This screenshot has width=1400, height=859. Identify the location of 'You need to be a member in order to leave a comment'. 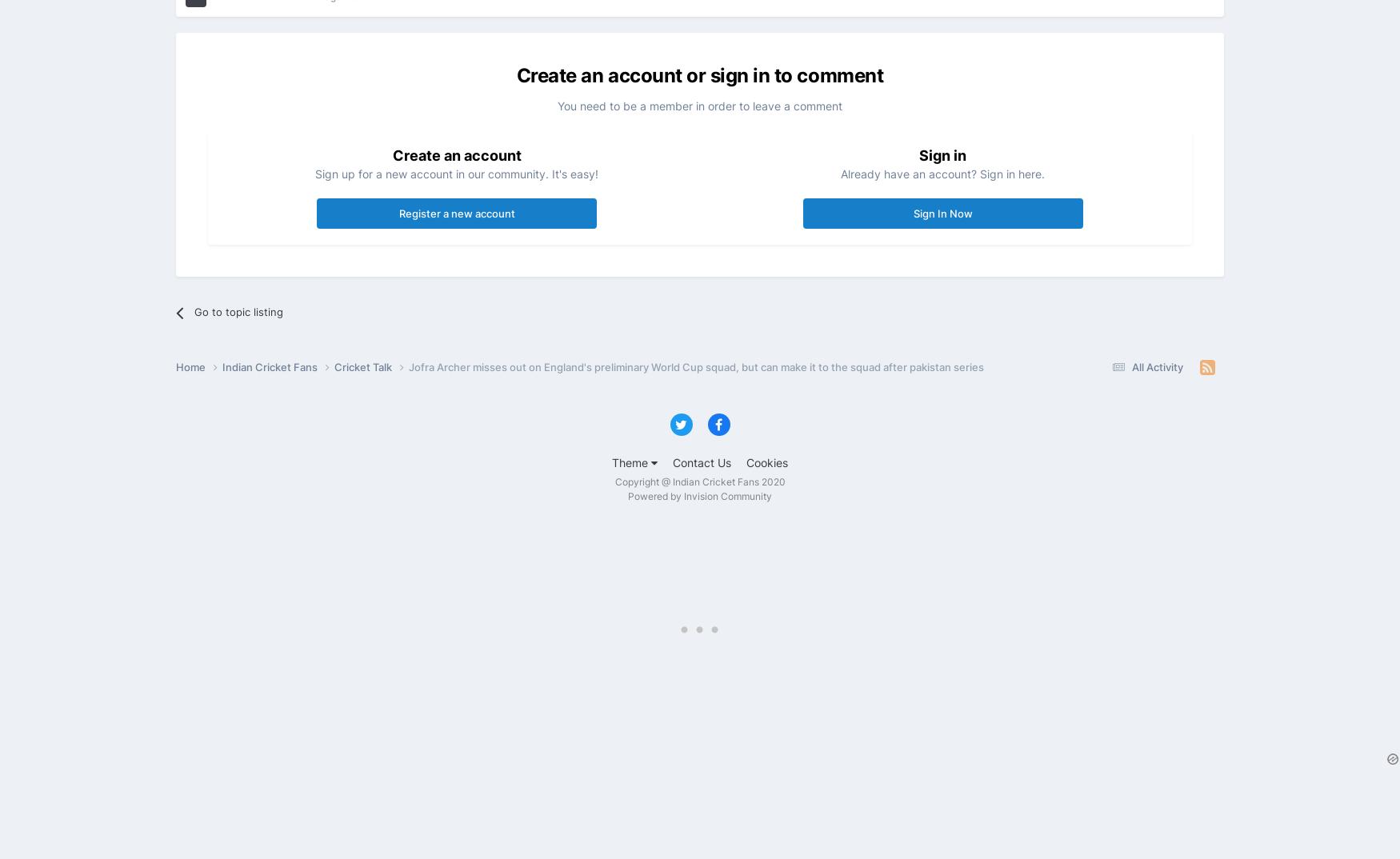
(700, 104).